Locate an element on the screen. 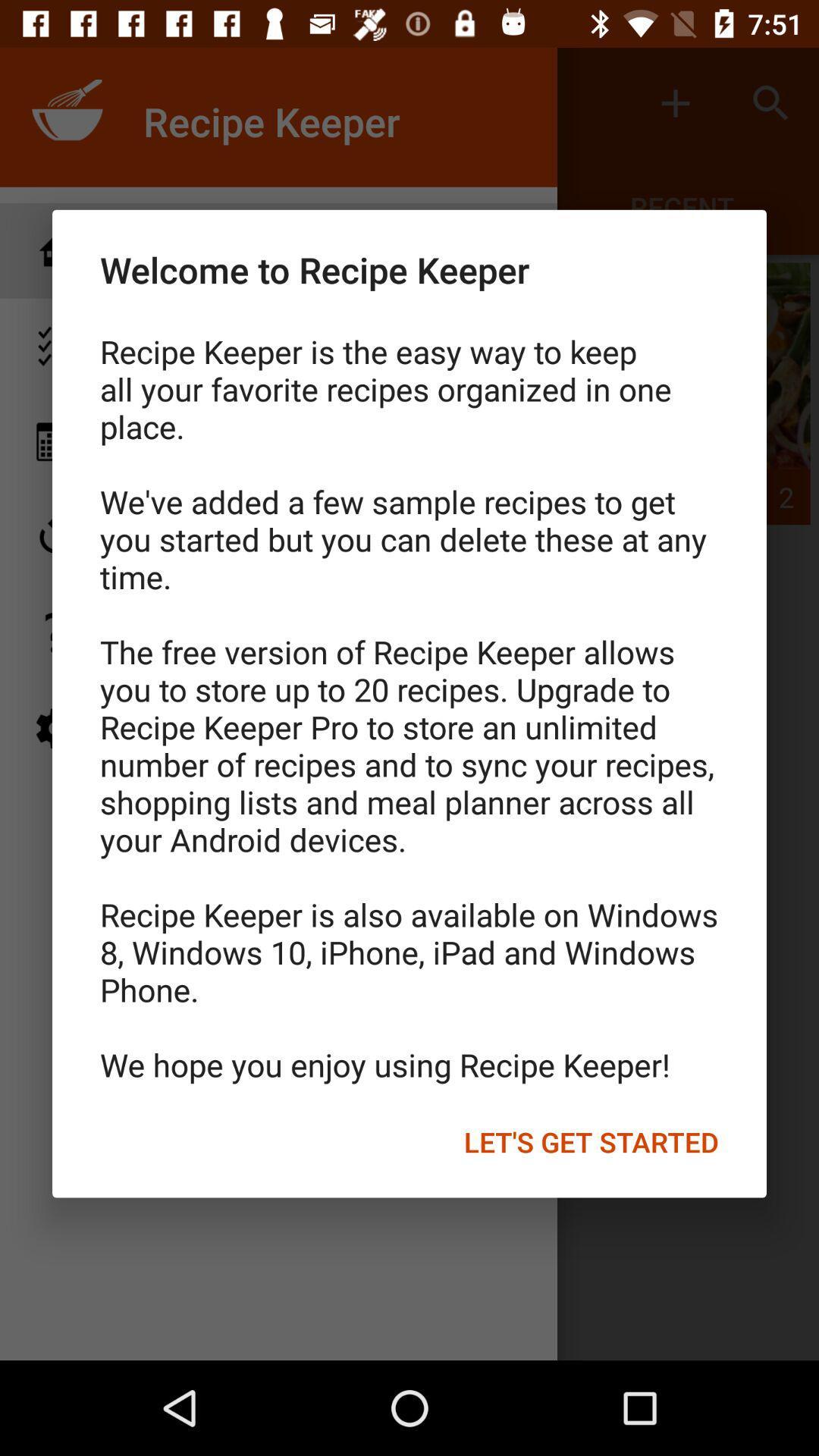 The height and width of the screenshot is (1456, 819). icon below the recipe keeper is icon is located at coordinates (590, 1142).